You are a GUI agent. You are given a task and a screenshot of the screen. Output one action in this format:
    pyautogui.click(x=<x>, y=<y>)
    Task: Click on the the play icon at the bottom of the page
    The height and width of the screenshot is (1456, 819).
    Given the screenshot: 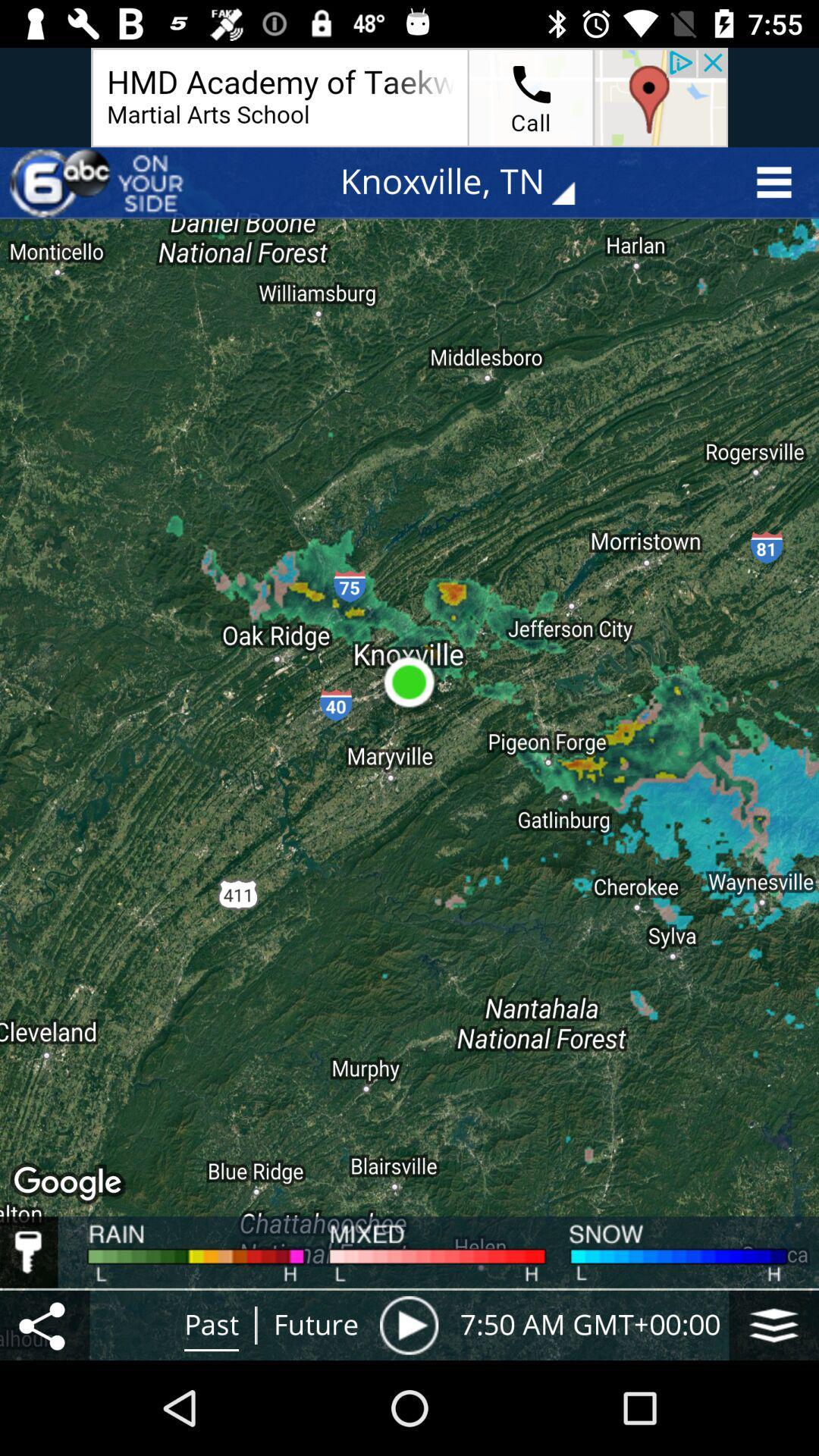 What is the action you would take?
    pyautogui.click(x=409, y=1324)
    